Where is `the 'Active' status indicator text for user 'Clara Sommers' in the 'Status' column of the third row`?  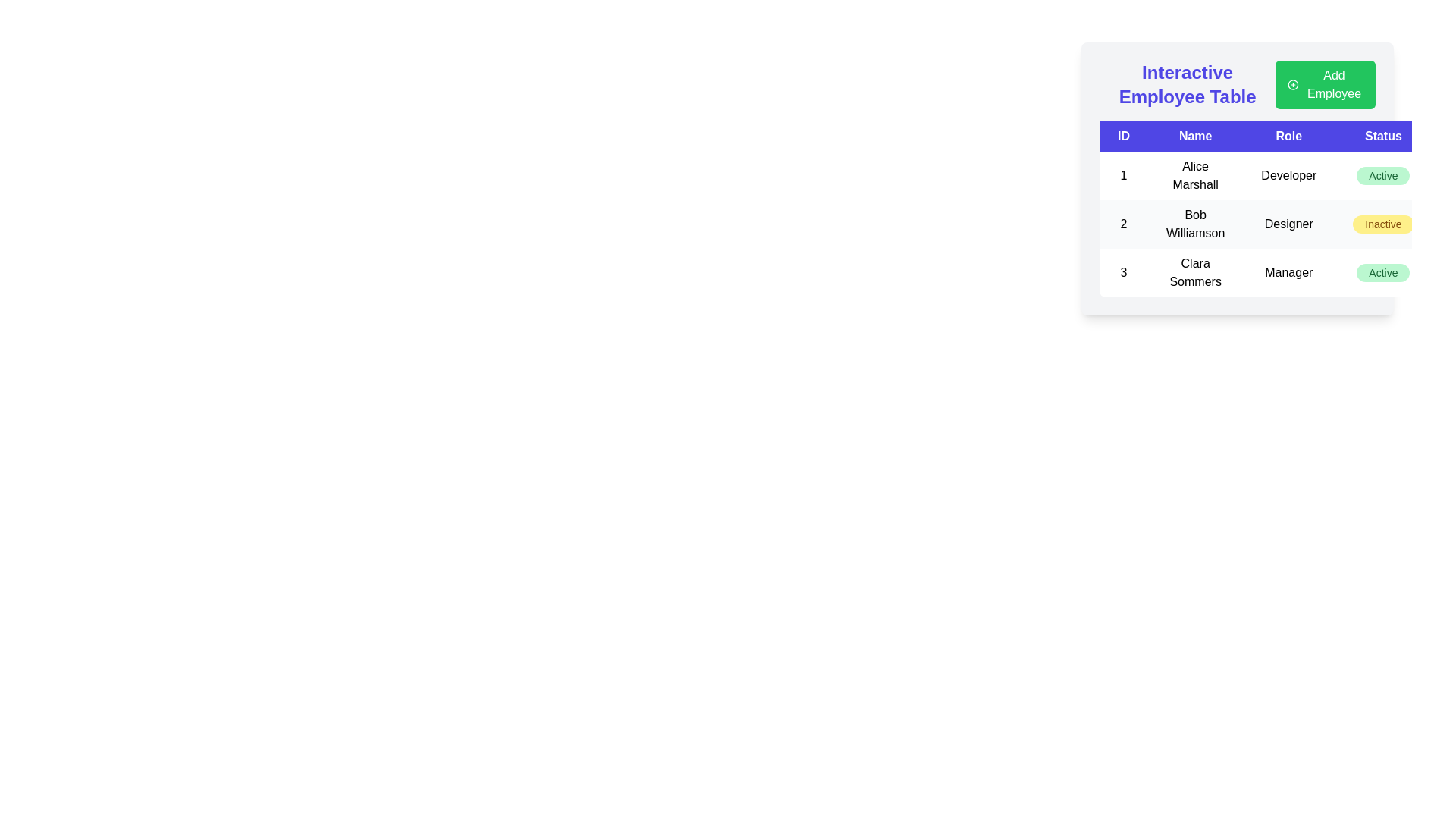
the 'Active' status indicator text for user 'Clara Sommers' in the 'Status' column of the third row is located at coordinates (1383, 271).